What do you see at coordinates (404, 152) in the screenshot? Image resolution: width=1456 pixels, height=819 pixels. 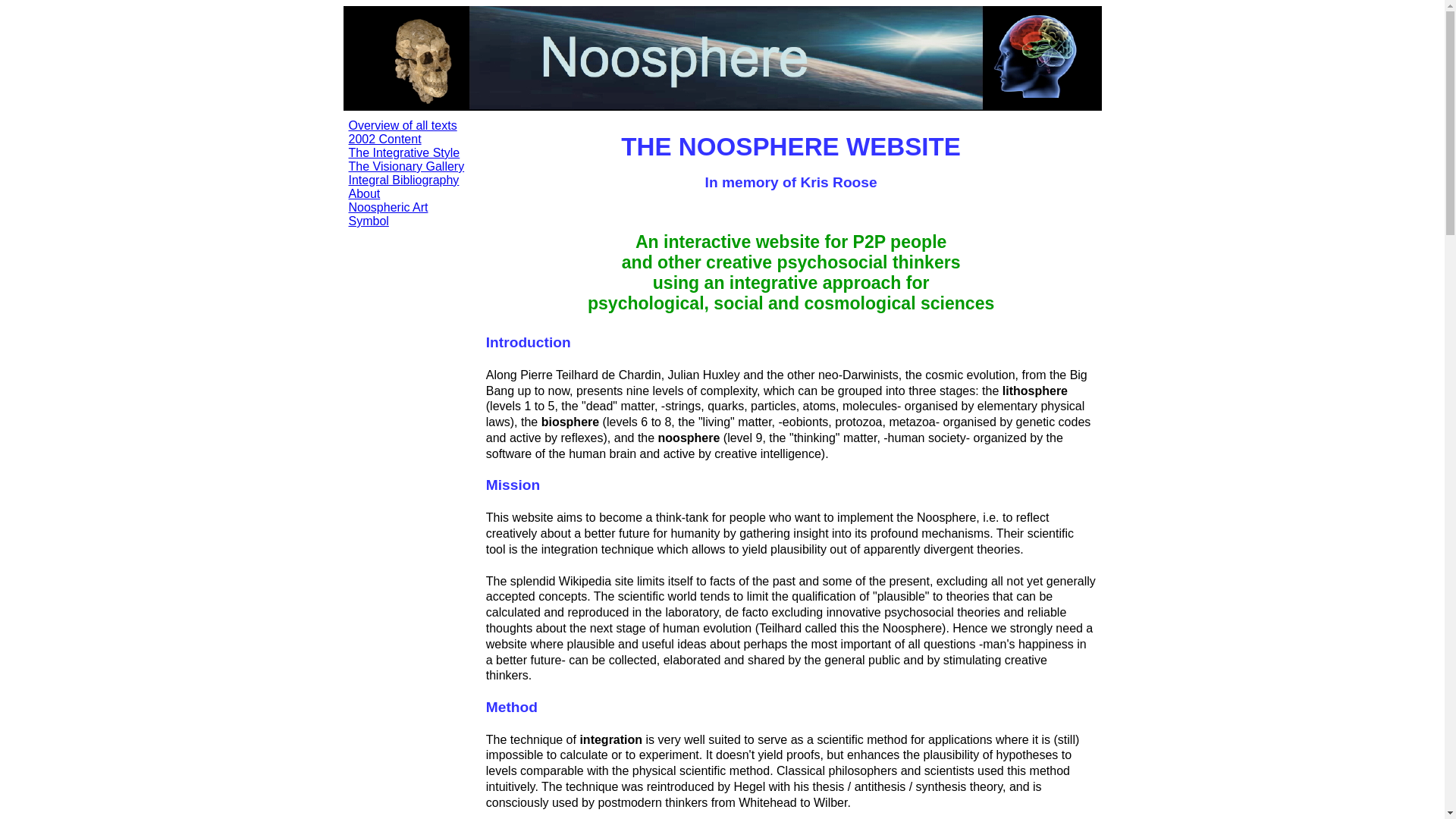 I see `'The Integrative Style'` at bounding box center [404, 152].